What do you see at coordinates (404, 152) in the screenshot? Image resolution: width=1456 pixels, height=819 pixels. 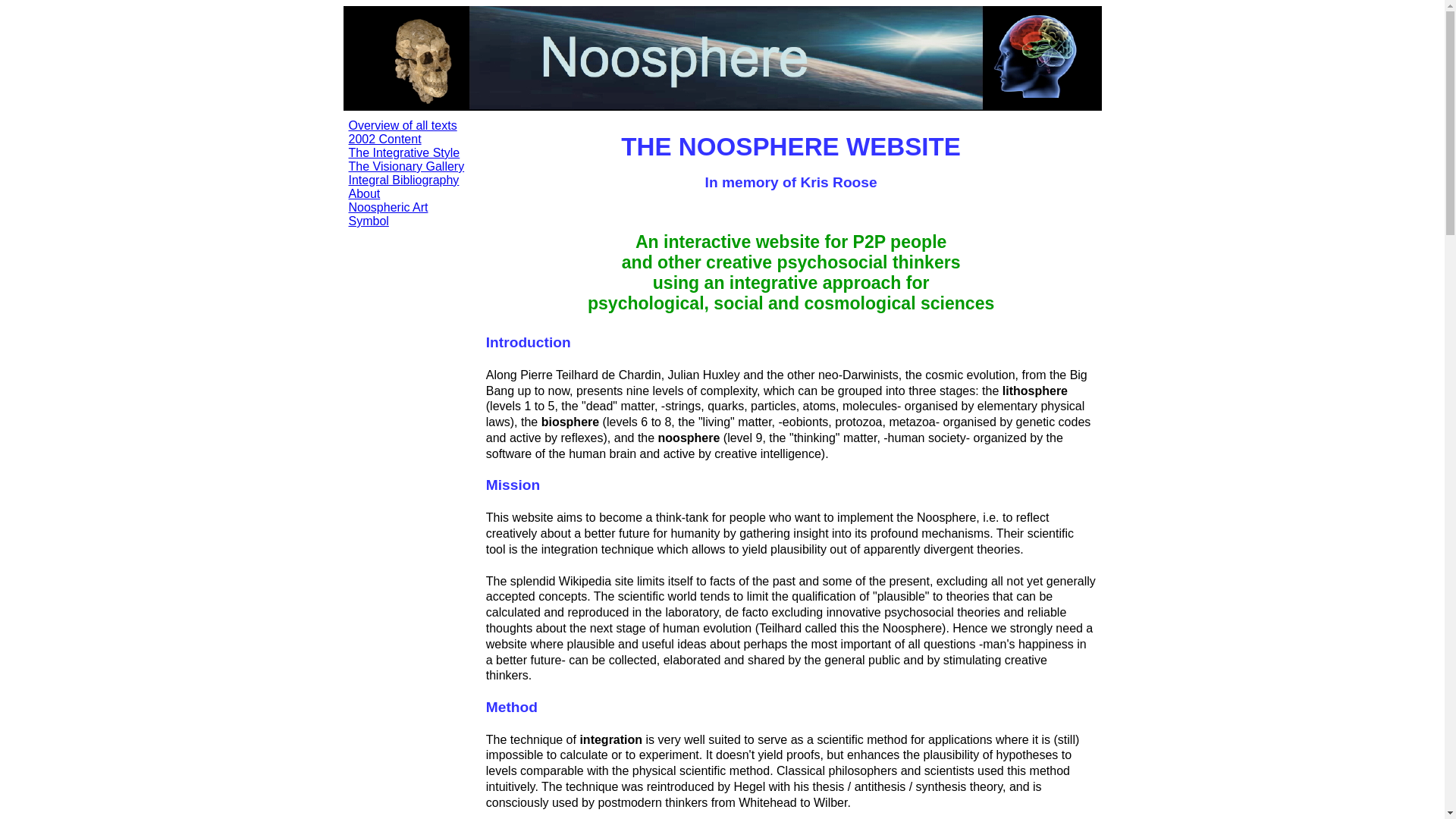 I see `'The Integrative Style'` at bounding box center [404, 152].